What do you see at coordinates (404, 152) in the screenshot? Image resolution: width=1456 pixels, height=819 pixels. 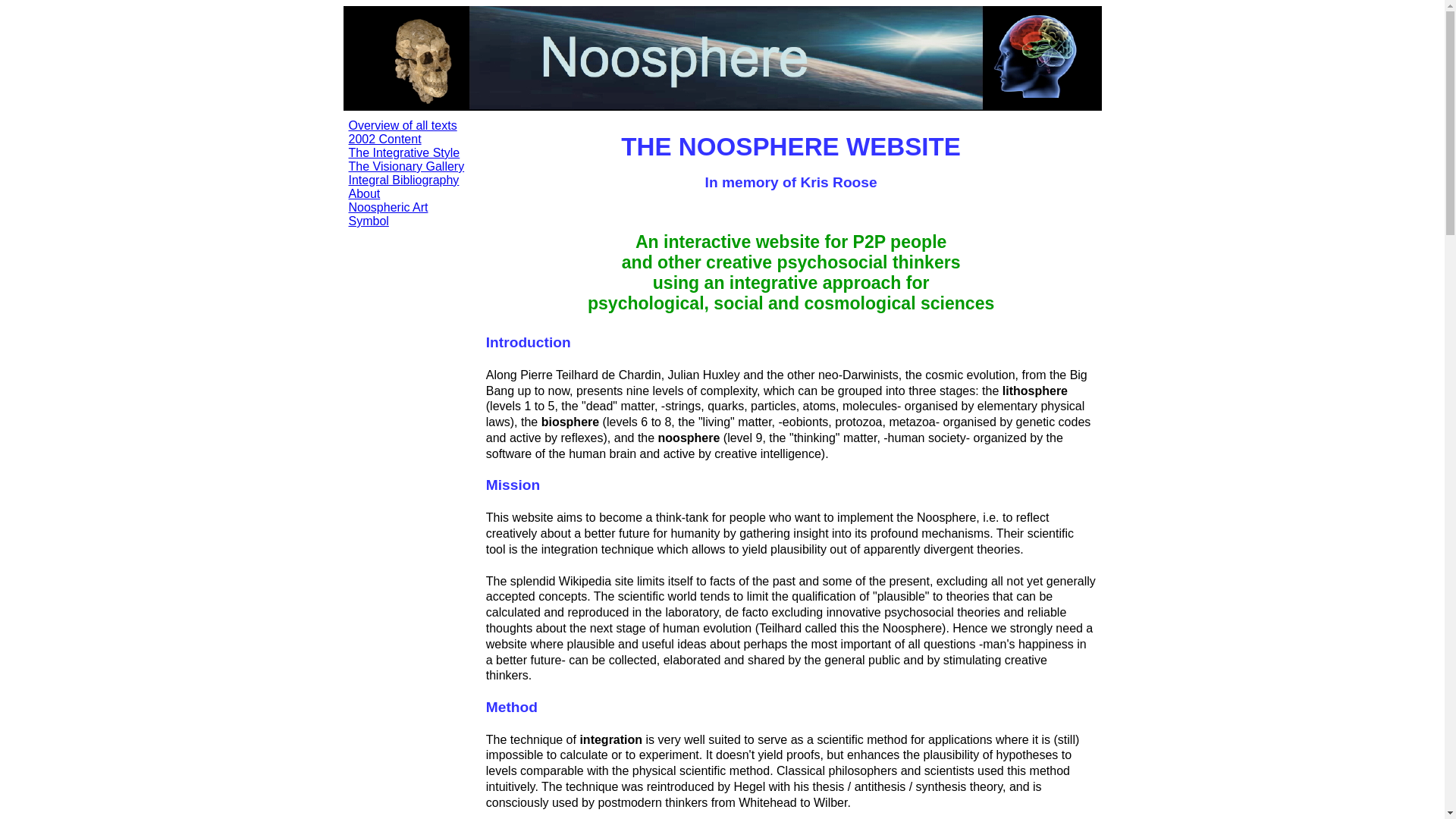 I see `'The Integrative Style'` at bounding box center [404, 152].